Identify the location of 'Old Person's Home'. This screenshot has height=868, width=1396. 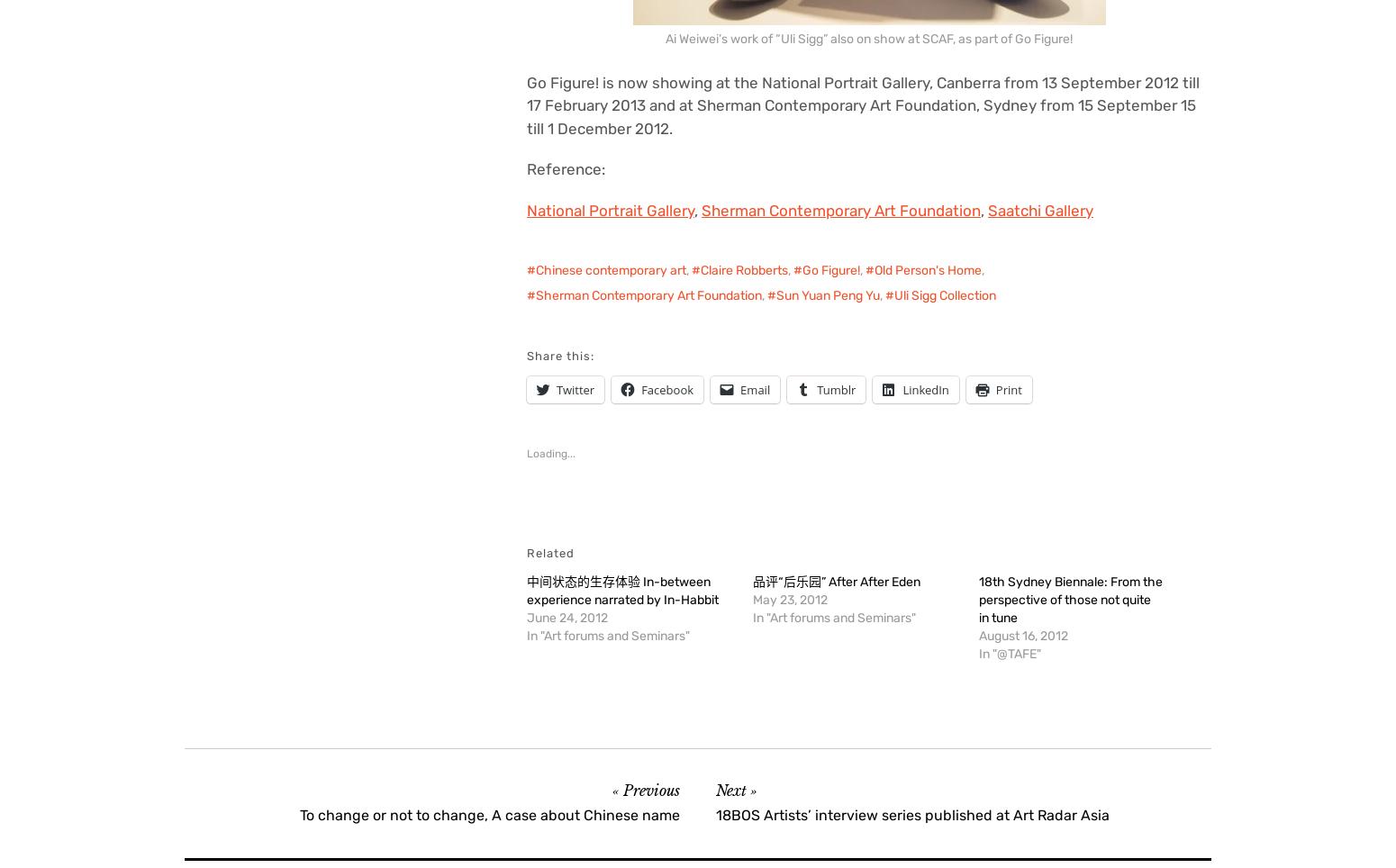
(874, 270).